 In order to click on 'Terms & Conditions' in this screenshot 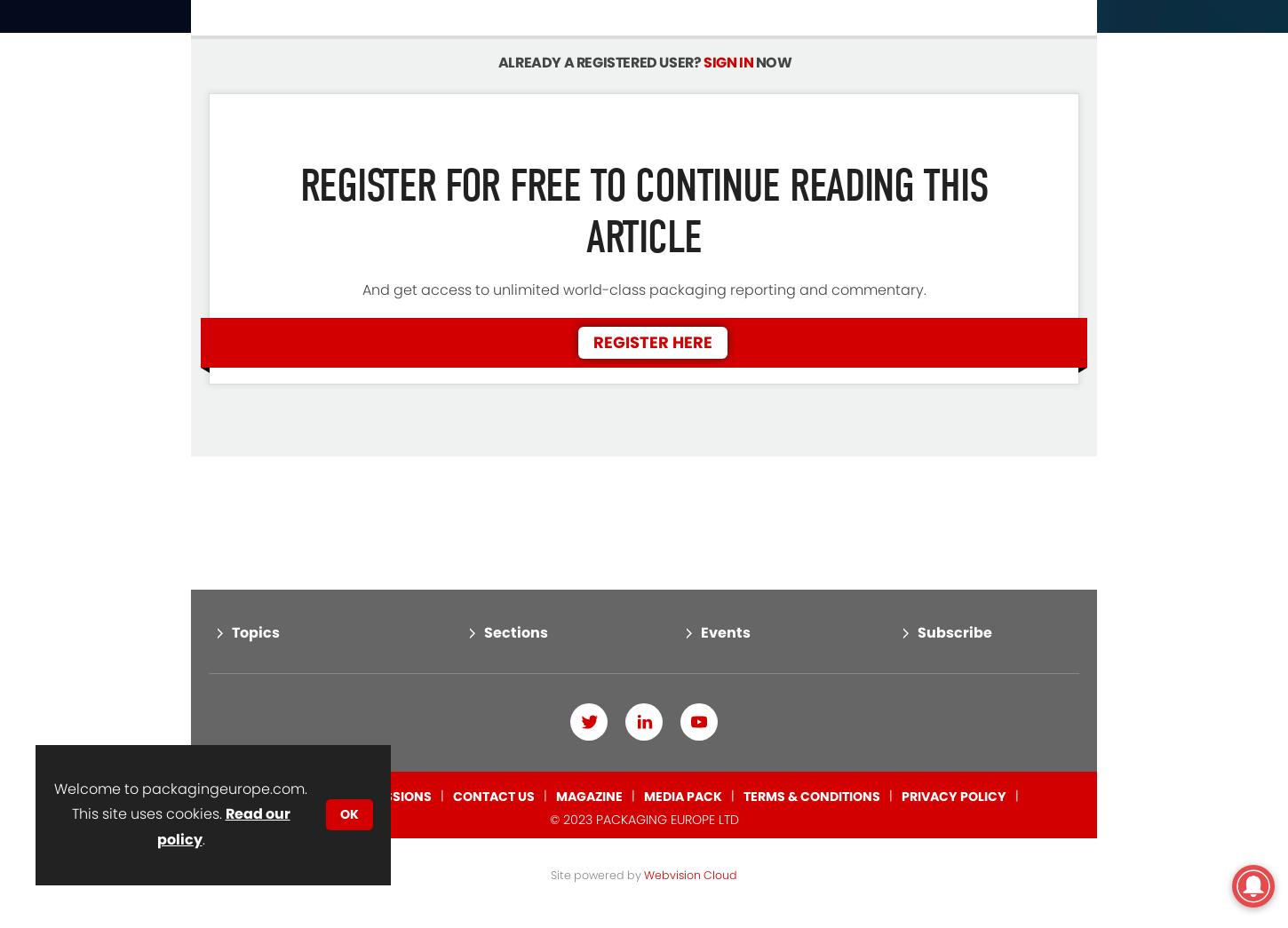, I will do `click(810, 721)`.